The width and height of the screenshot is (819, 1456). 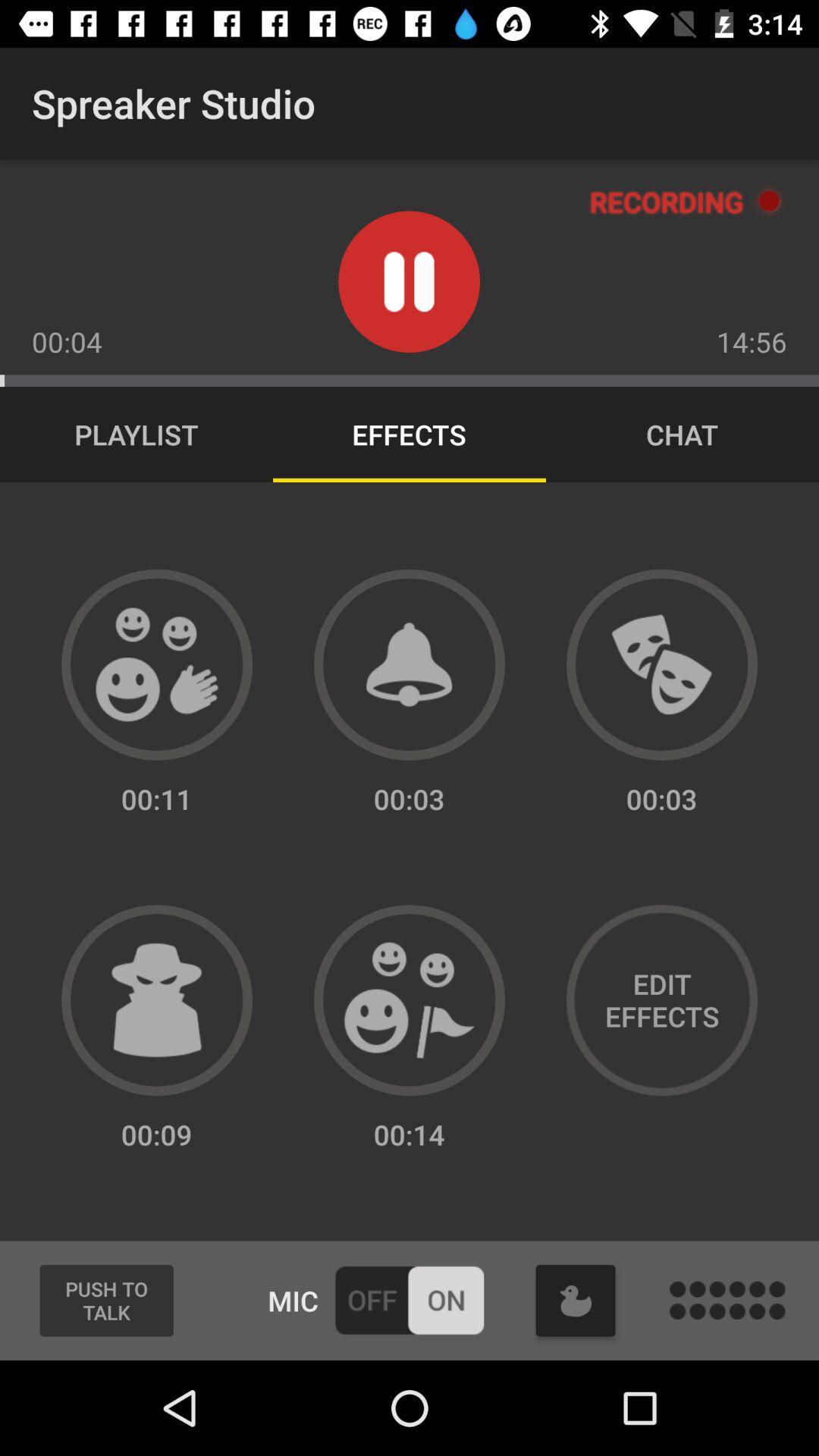 I want to click on tap notification optiion, so click(x=409, y=664).